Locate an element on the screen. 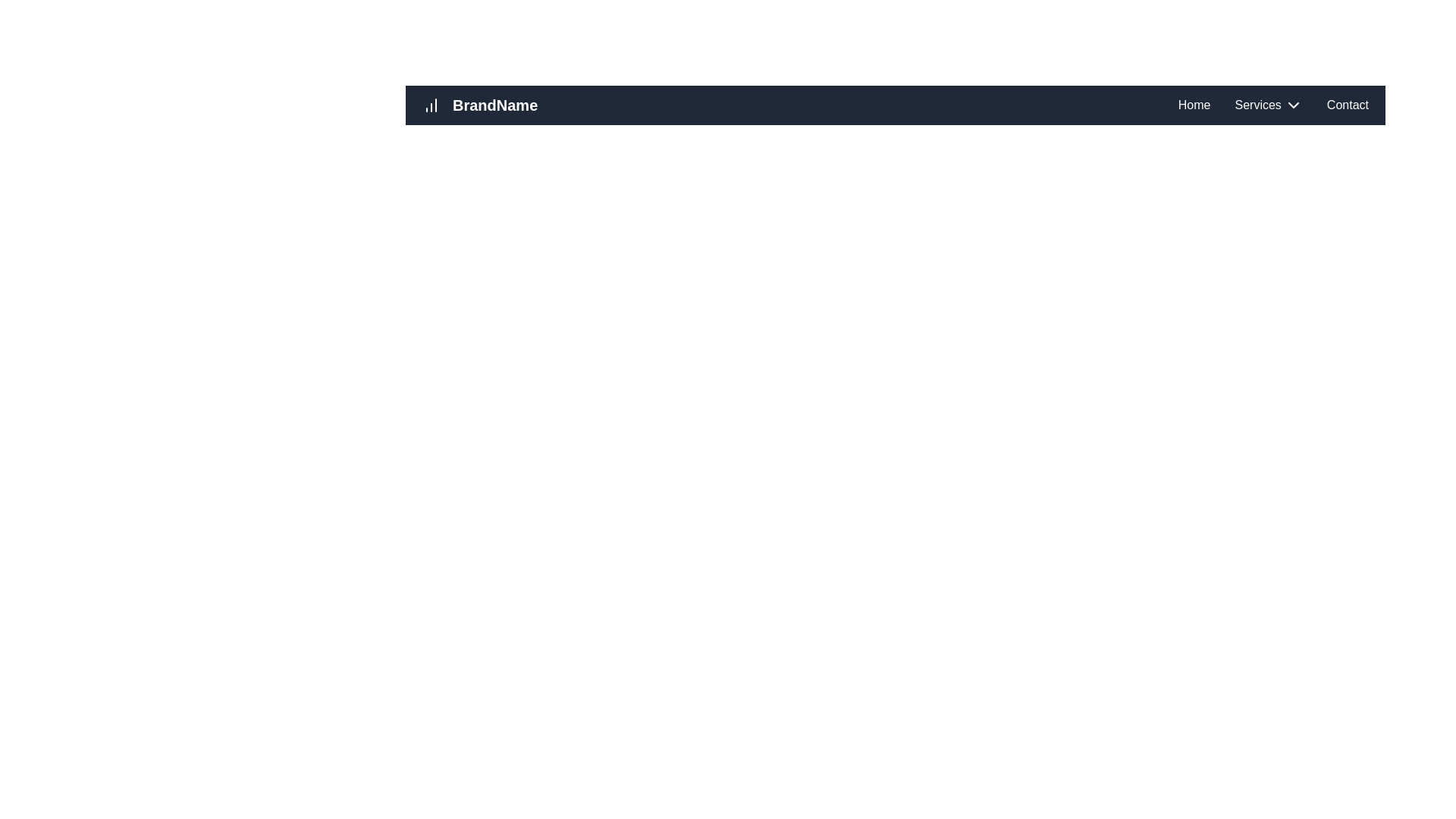 This screenshot has width=1456, height=819. the downward chevron arrow icon located immediately to the right of the 'Services' text in the top navigation bar is located at coordinates (1292, 104).